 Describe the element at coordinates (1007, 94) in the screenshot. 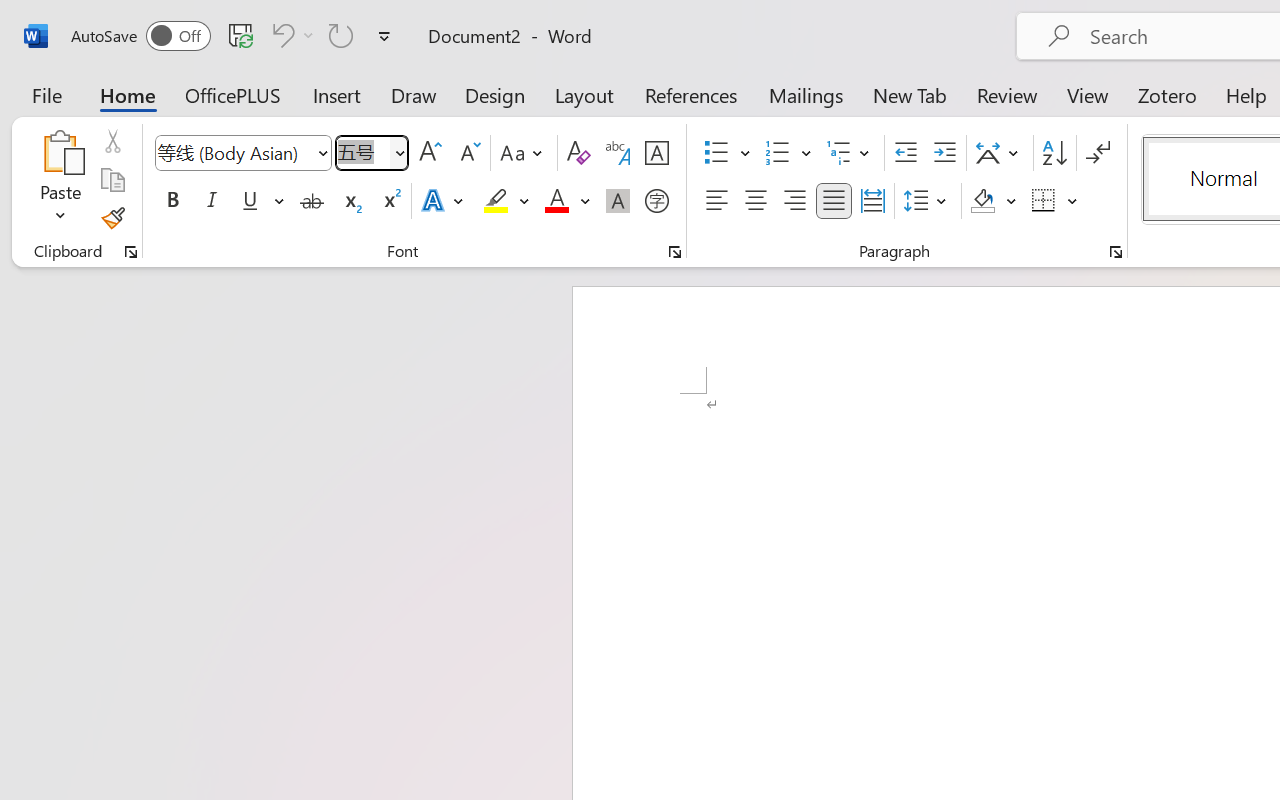

I see `'Review'` at that location.